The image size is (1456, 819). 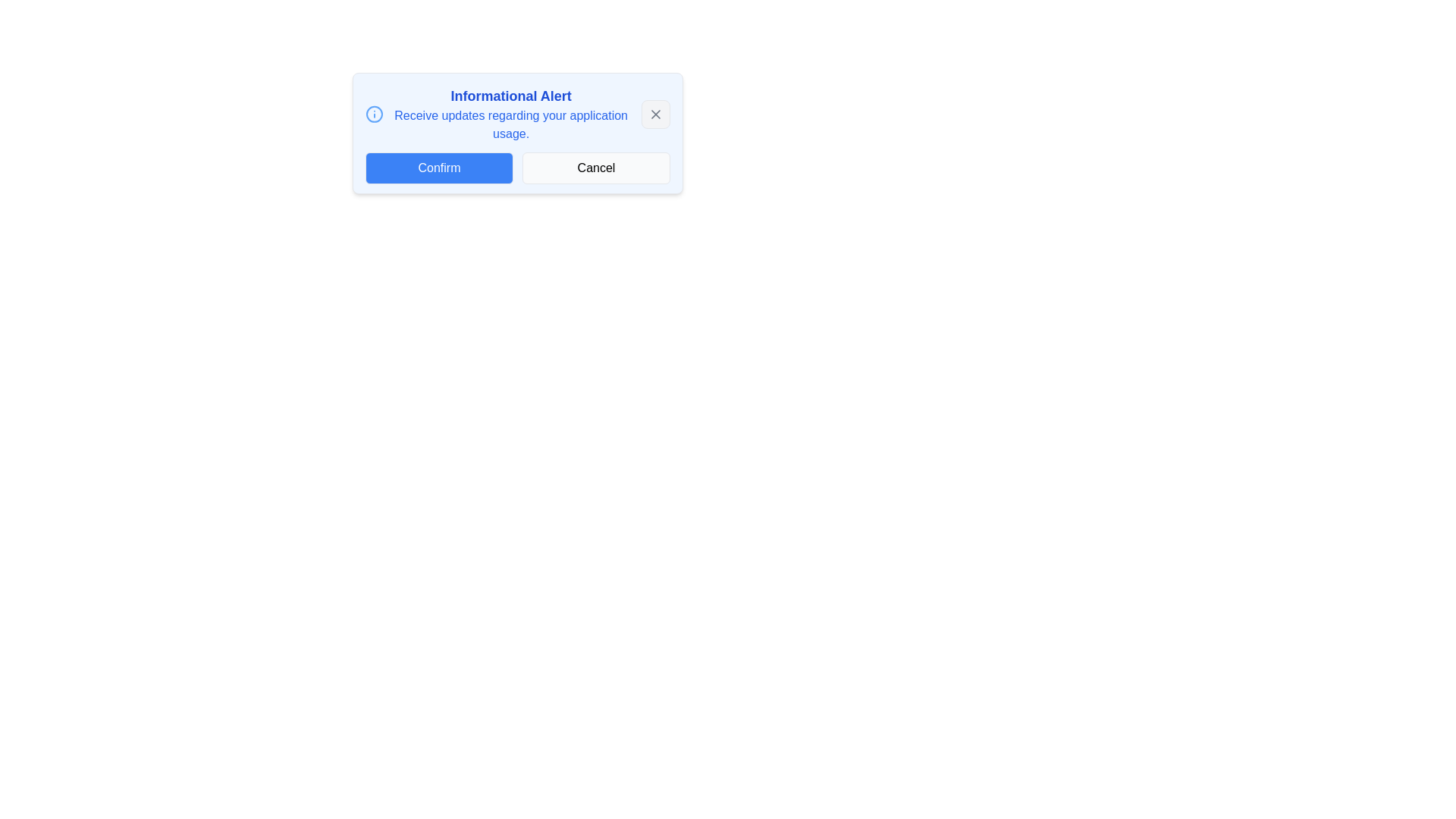 What do you see at coordinates (438, 168) in the screenshot?
I see `the confirm button located at the bottom left of the modal dialog to prepare for keyboard interaction` at bounding box center [438, 168].